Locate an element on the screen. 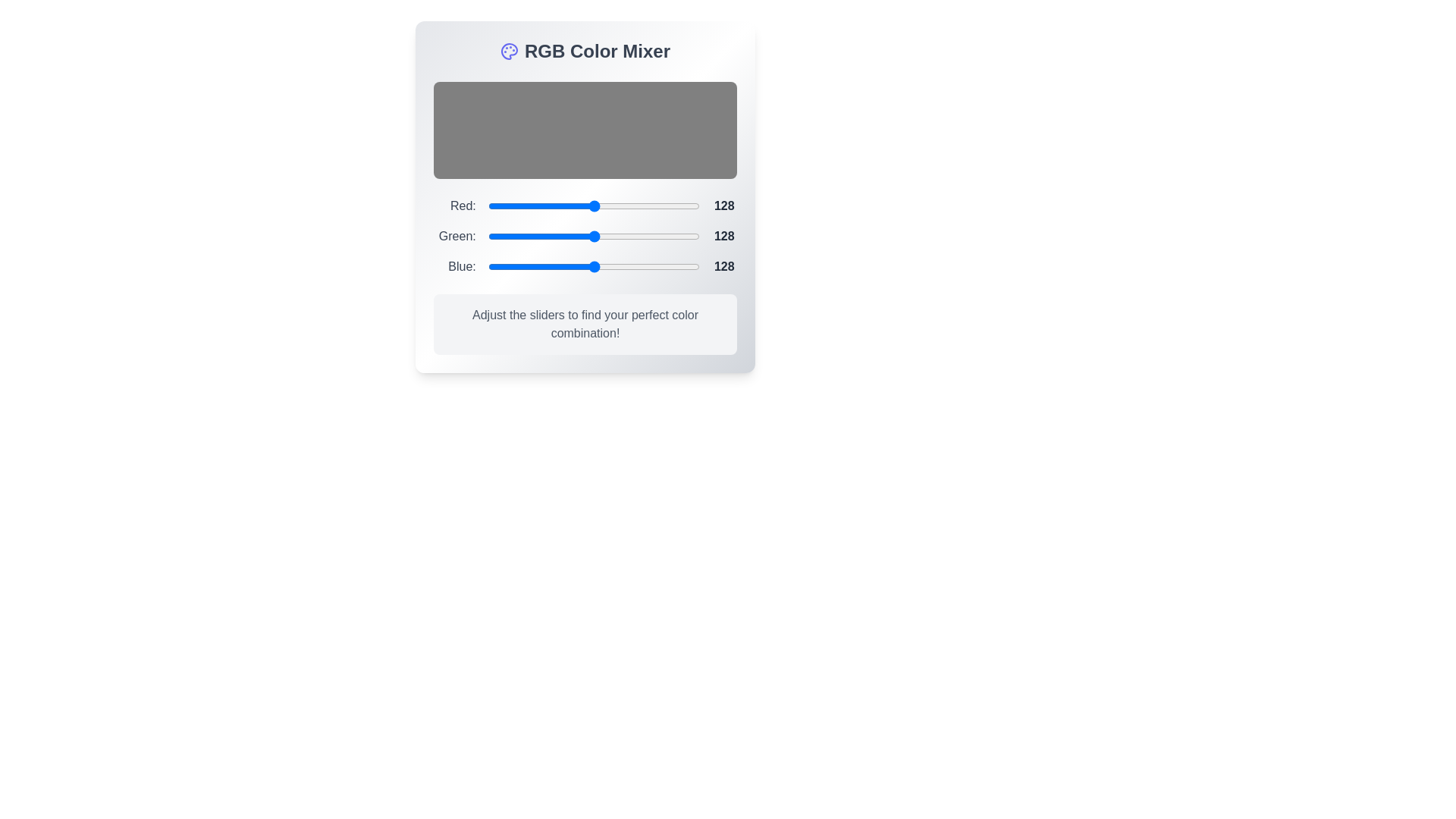 This screenshot has width=1456, height=819. the 0 slider to 178 is located at coordinates (635, 206).